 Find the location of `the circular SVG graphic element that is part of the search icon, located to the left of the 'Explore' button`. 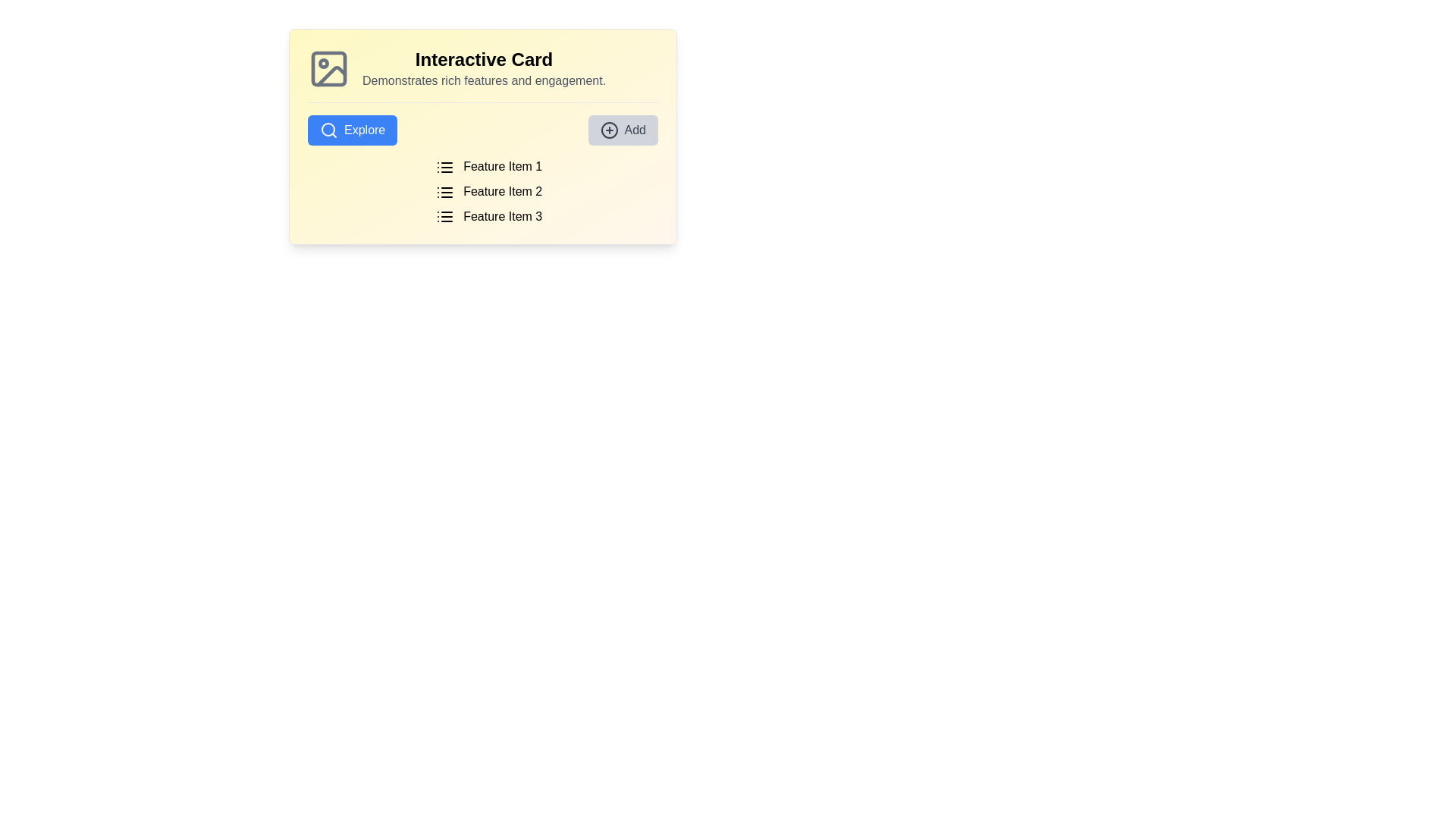

the circular SVG graphic element that is part of the search icon, located to the left of the 'Explore' button is located at coordinates (327, 128).